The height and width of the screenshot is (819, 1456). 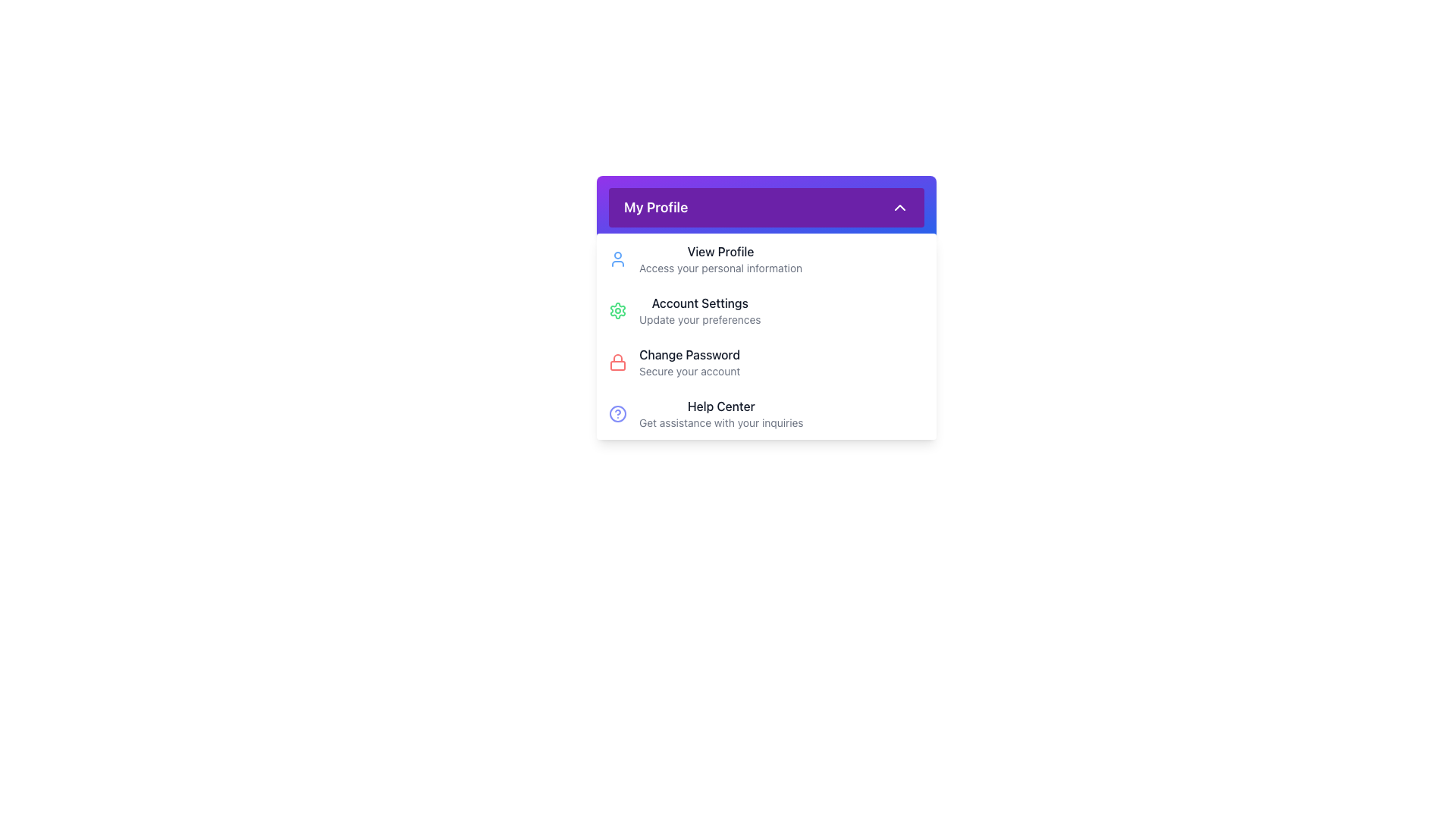 I want to click on the account settings button located in the dropdown menu titled 'My Profile', which is the second item below 'View Profile', so click(x=767, y=309).